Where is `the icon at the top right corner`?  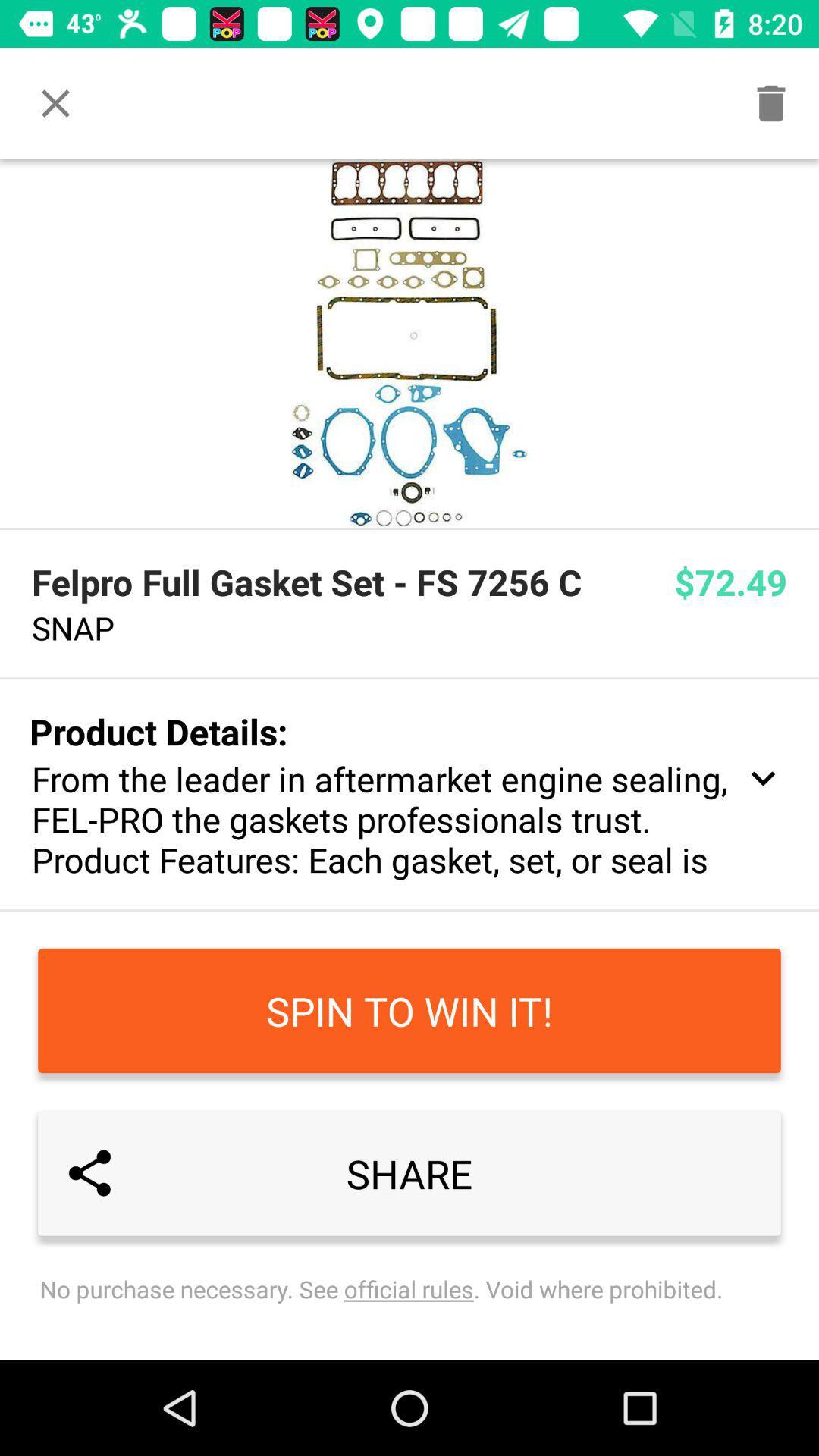 the icon at the top right corner is located at coordinates (771, 102).